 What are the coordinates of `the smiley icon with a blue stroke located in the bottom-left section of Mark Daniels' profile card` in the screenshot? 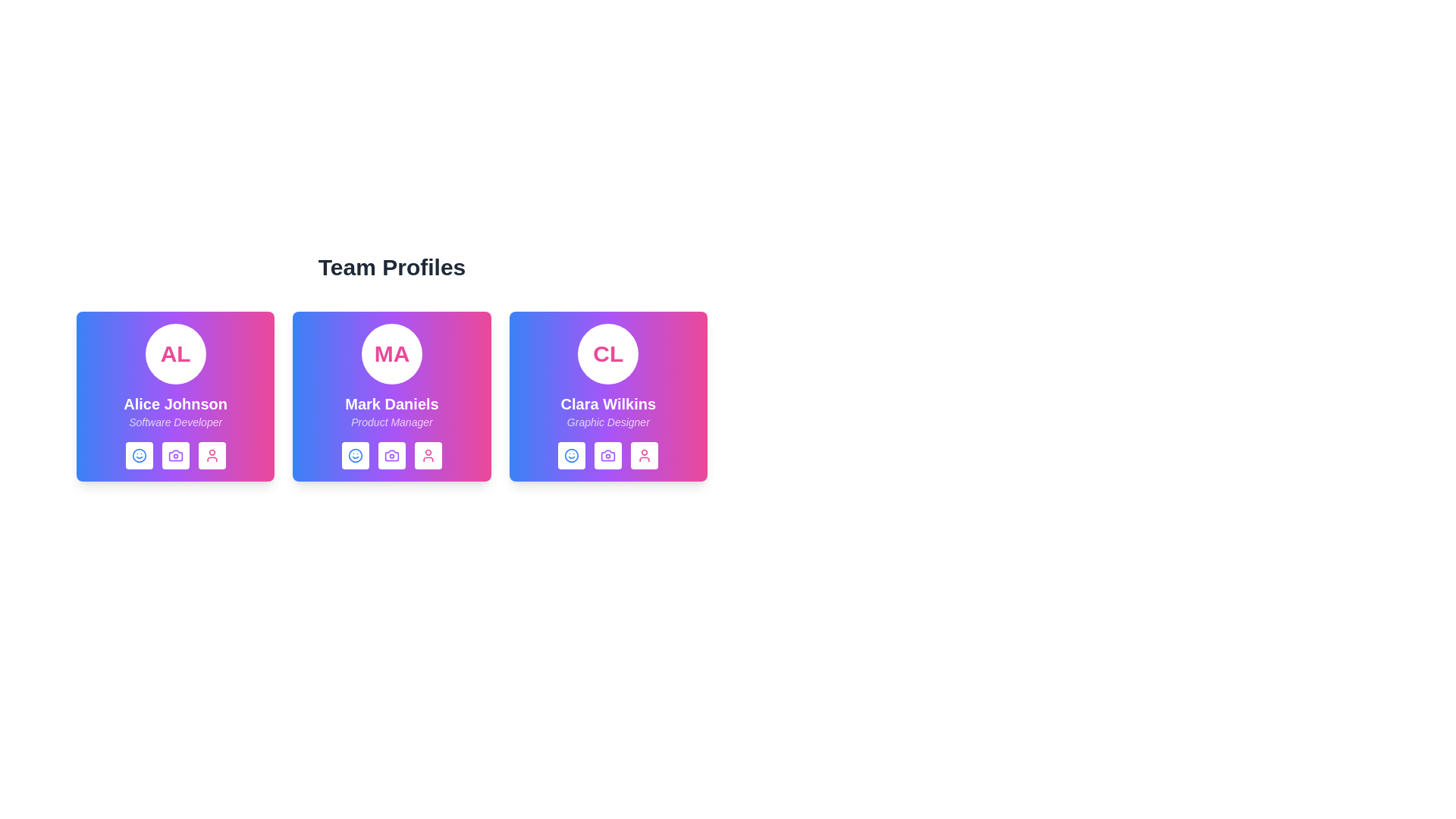 It's located at (355, 455).